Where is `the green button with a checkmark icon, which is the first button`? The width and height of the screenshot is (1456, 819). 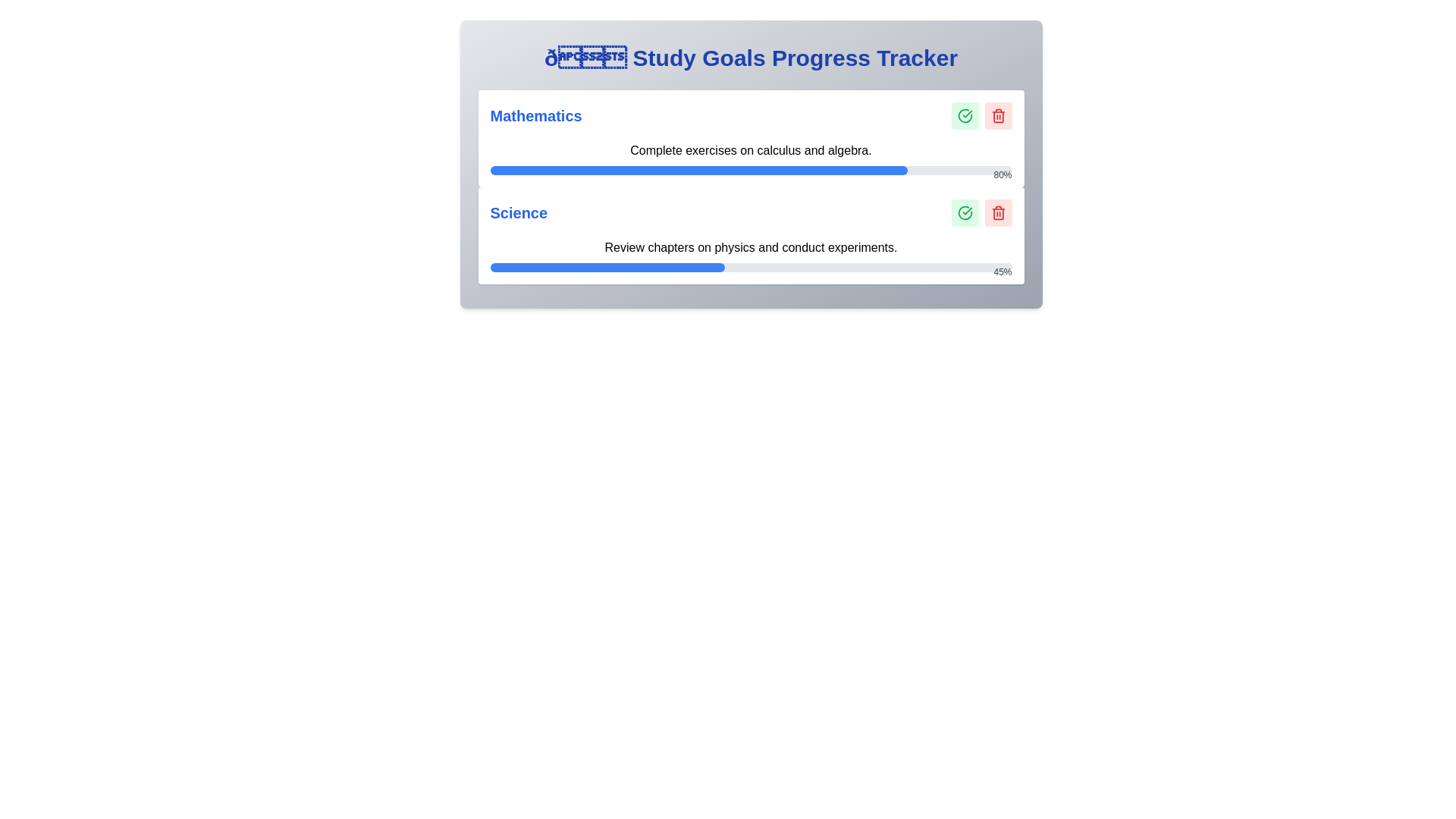 the green button with a checkmark icon, which is the first button is located at coordinates (964, 213).